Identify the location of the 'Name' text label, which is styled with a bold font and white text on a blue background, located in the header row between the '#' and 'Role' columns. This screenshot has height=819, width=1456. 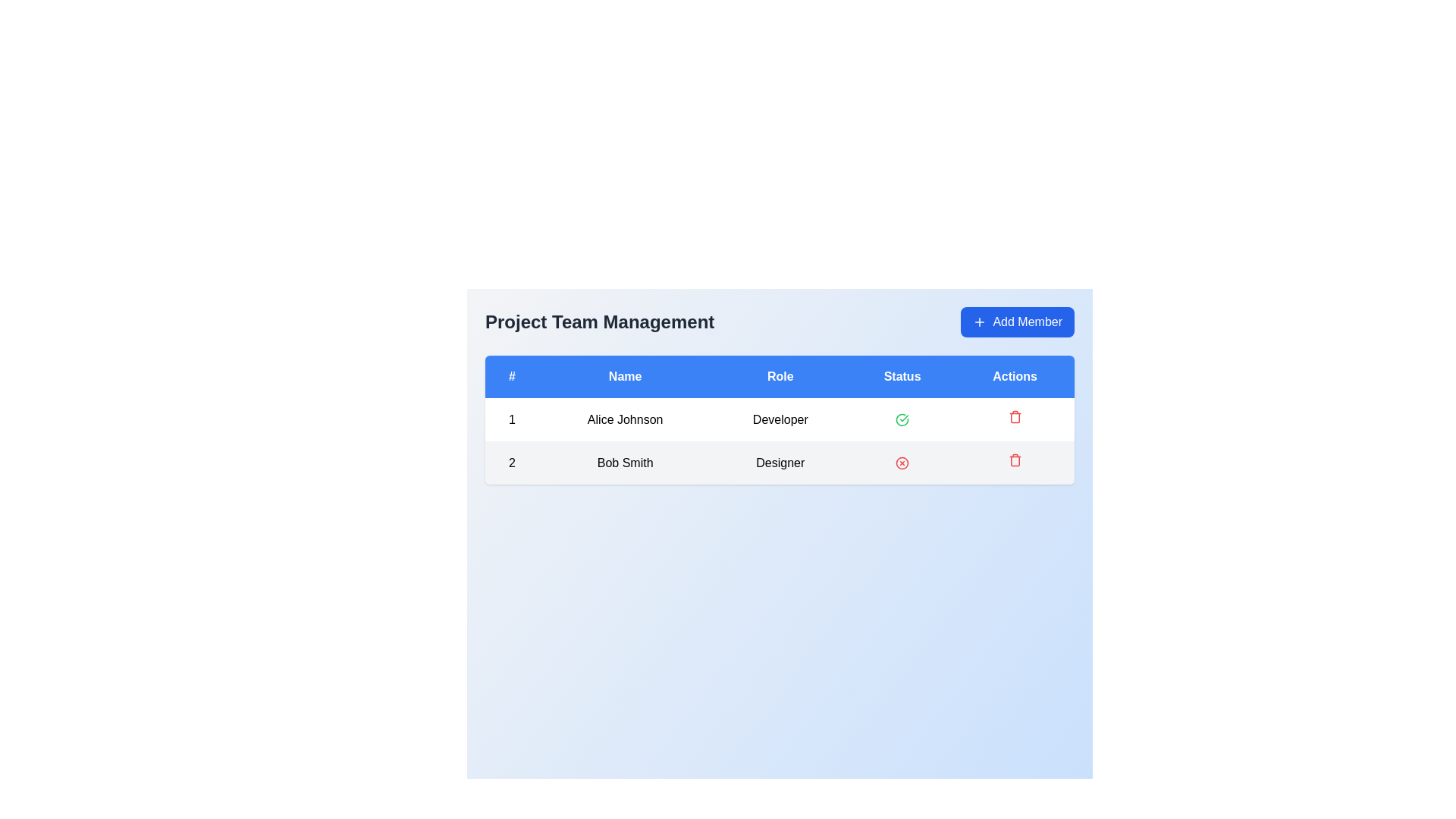
(625, 376).